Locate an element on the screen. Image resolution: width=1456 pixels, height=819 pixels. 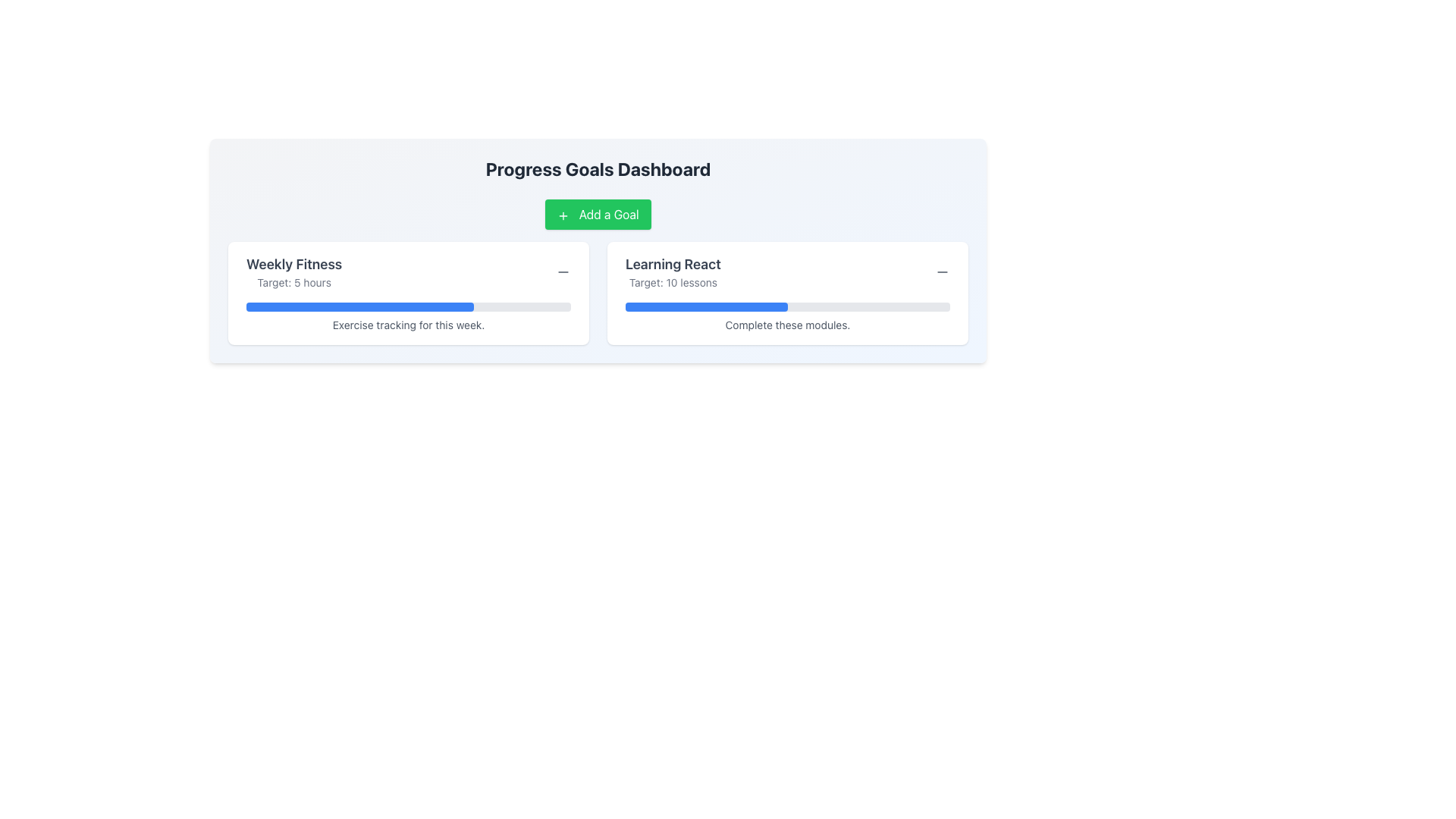
the static text label that reads 'Complete these modules.' located below the progress bar in the 'Learning React' card is located at coordinates (787, 324).